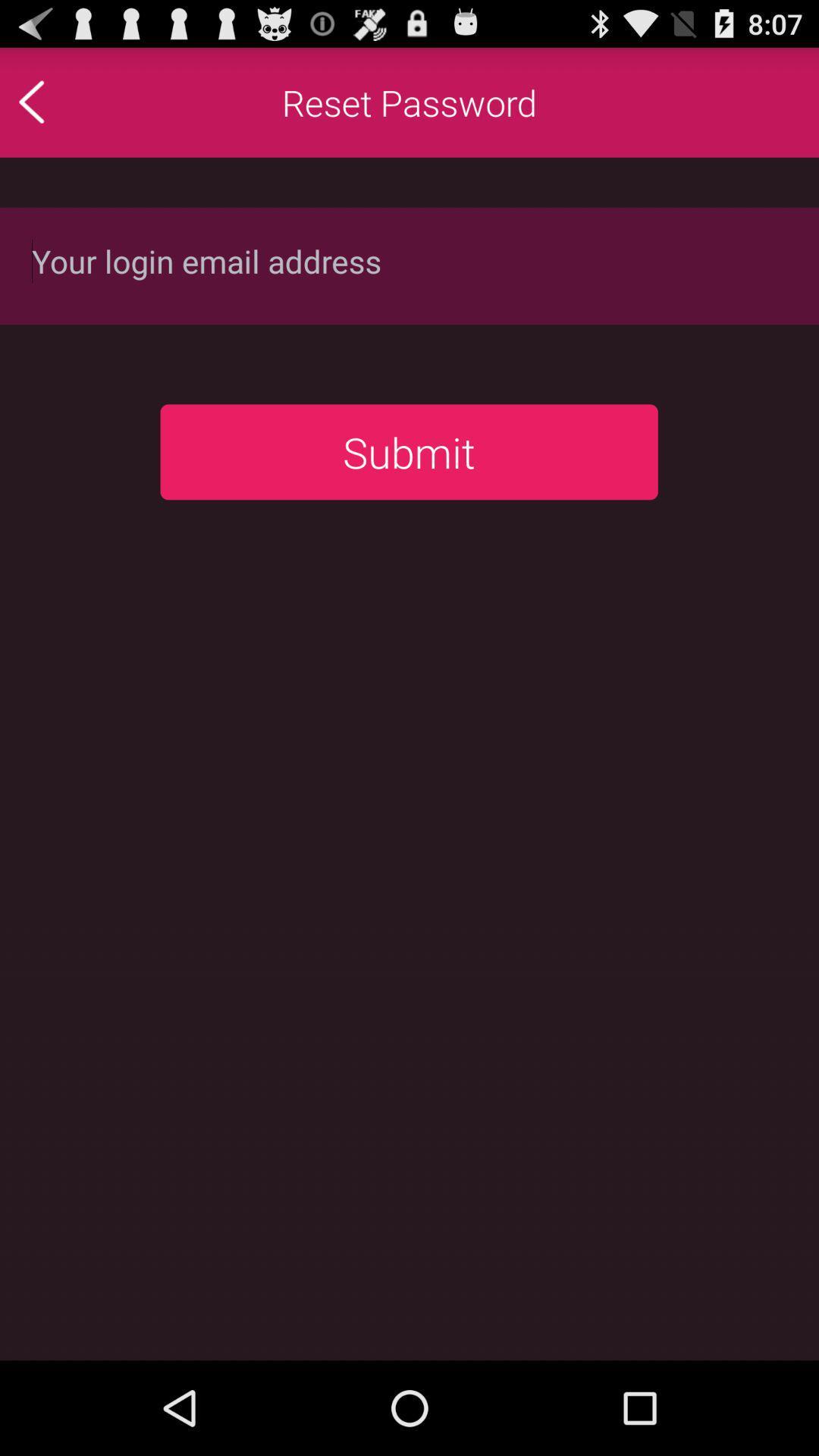  Describe the element at coordinates (63, 101) in the screenshot. I see `go back` at that location.